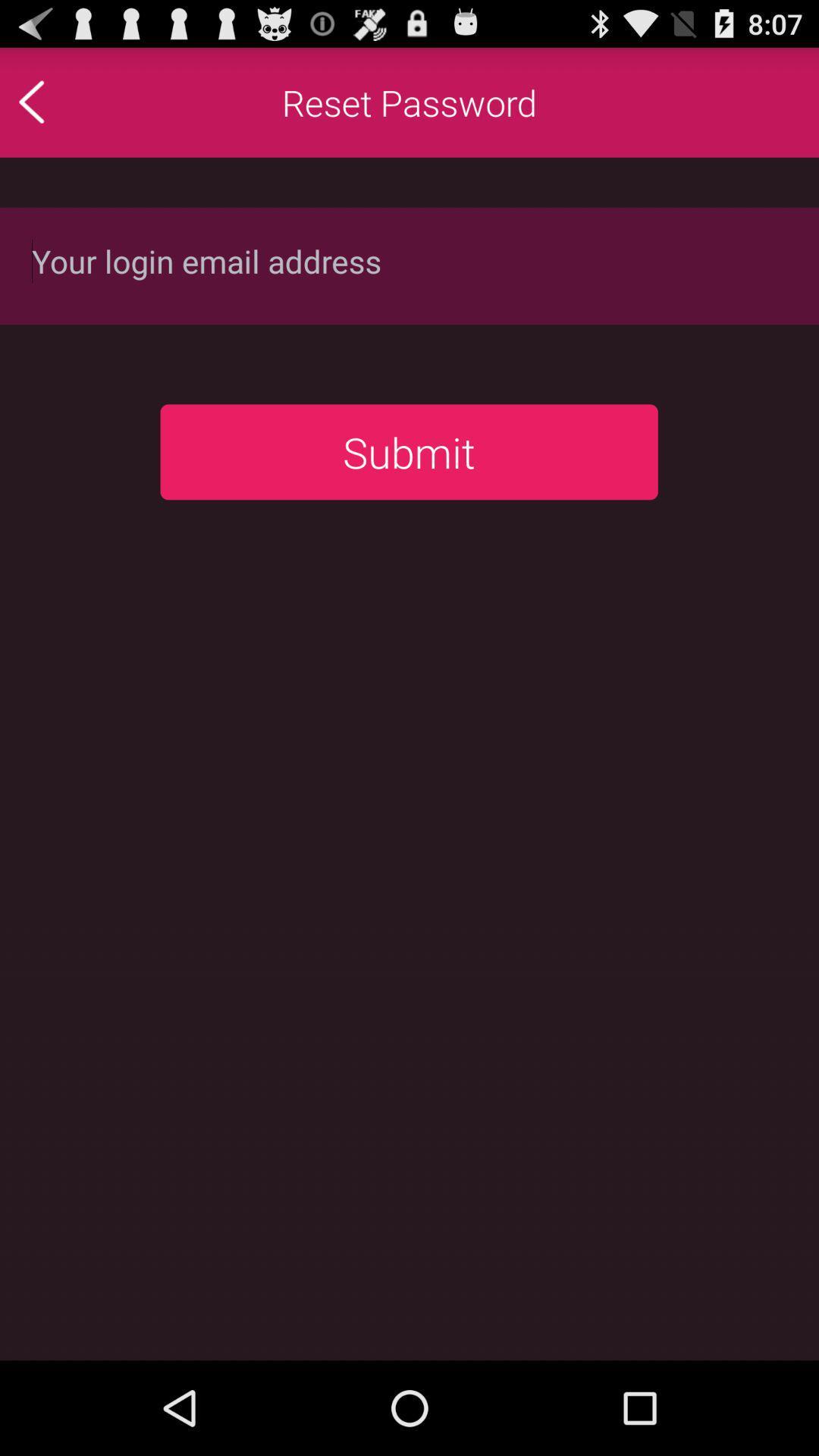  Describe the element at coordinates (63, 101) in the screenshot. I see `go back` at that location.